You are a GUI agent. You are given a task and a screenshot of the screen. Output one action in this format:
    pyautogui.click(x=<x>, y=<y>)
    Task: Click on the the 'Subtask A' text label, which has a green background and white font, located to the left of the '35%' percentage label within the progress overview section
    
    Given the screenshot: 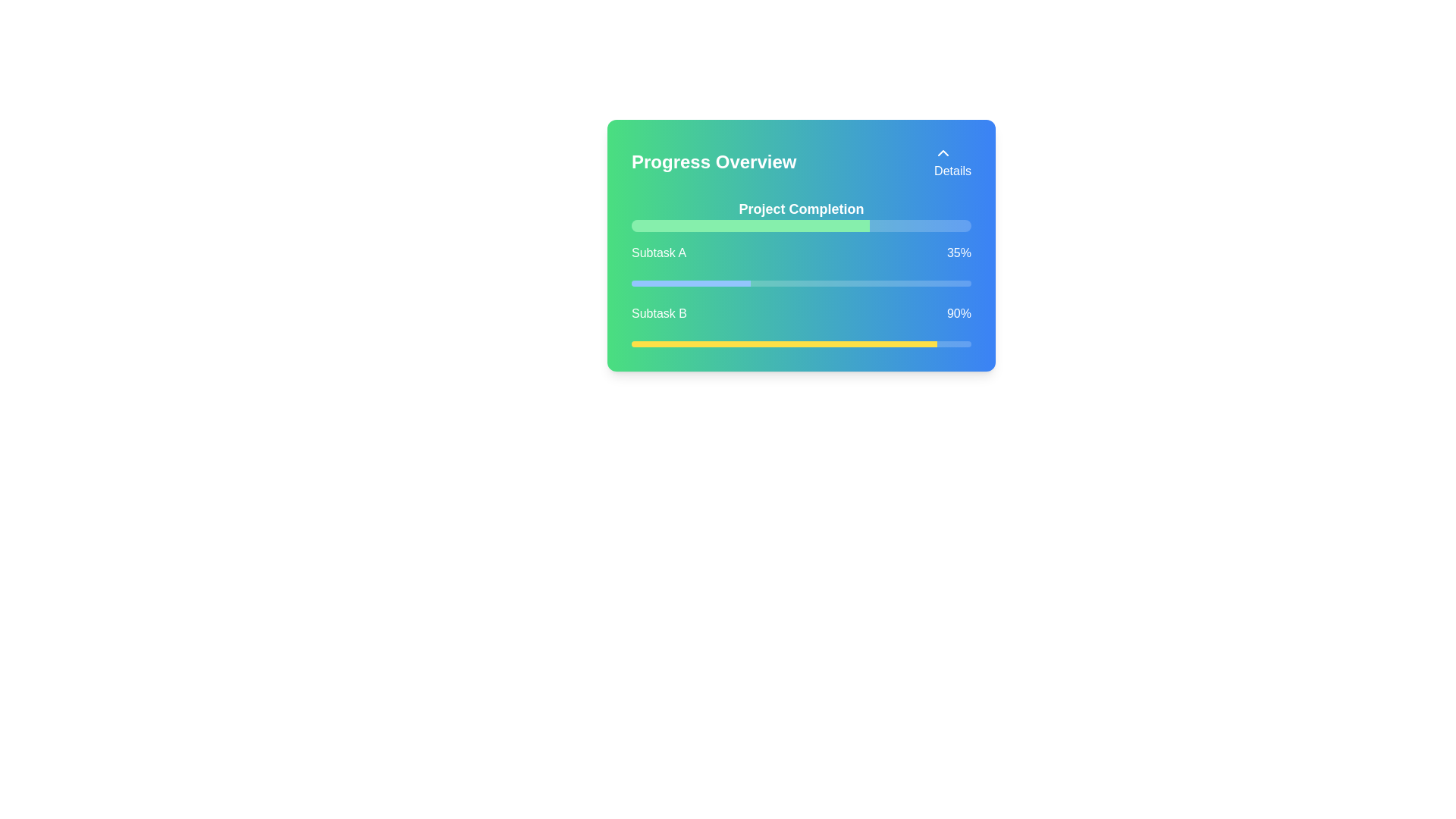 What is the action you would take?
    pyautogui.click(x=658, y=253)
    